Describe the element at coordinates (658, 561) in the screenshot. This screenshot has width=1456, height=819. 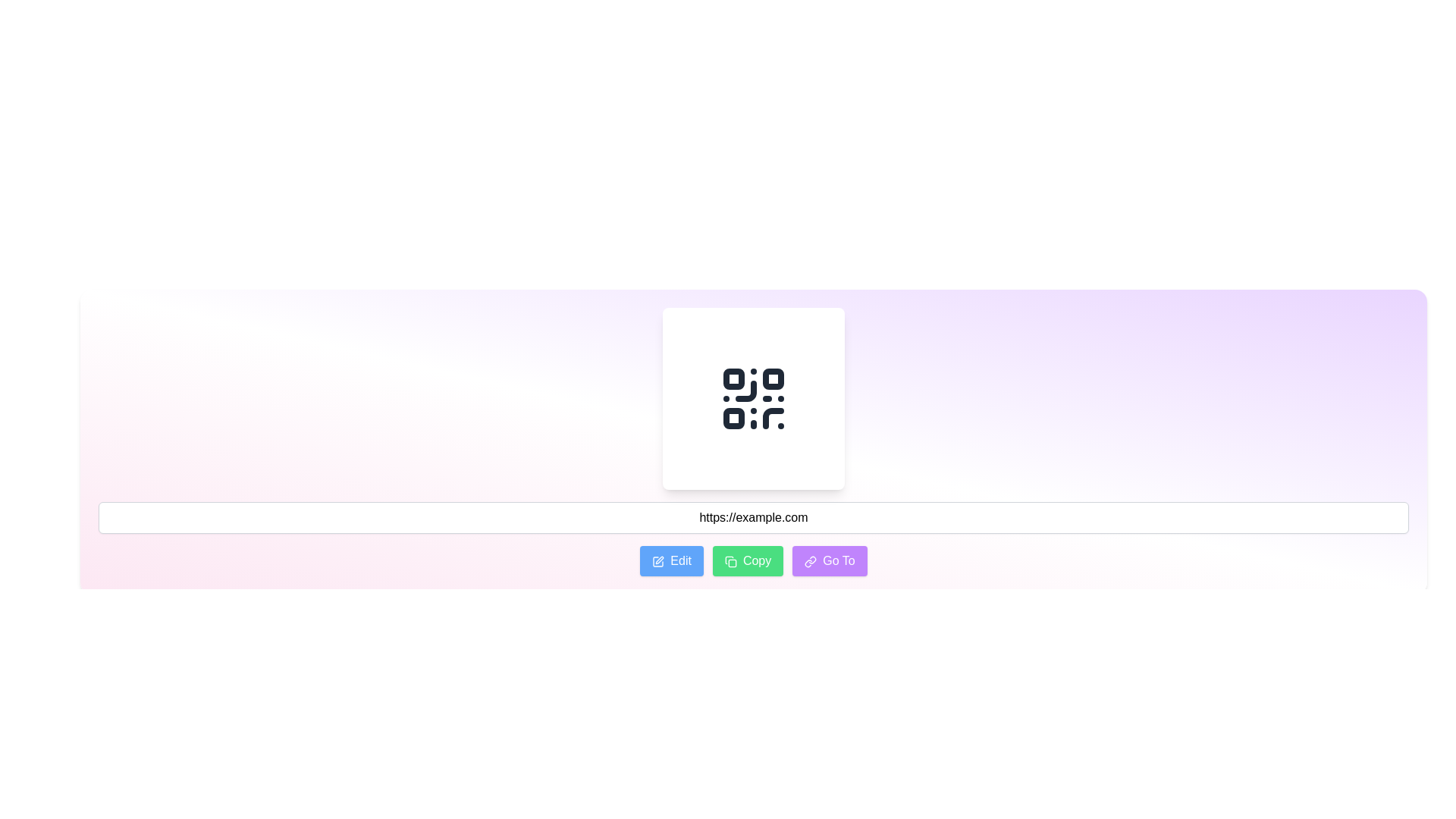
I see `the pen icon that is part of the 'Edit' button located in the lower left corner of the interface` at that location.